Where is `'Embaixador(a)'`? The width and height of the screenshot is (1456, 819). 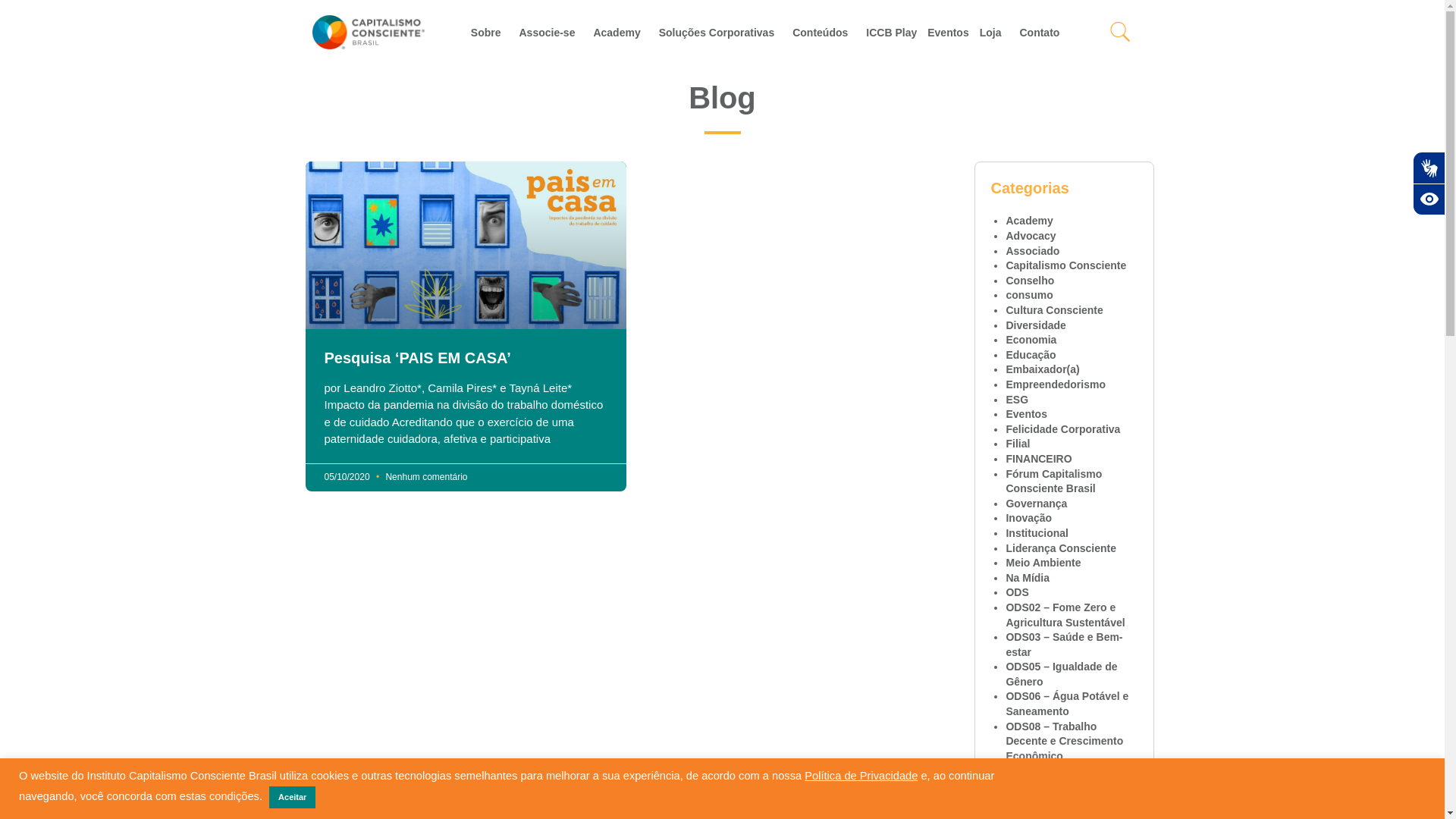 'Embaixador(a)' is located at coordinates (1005, 369).